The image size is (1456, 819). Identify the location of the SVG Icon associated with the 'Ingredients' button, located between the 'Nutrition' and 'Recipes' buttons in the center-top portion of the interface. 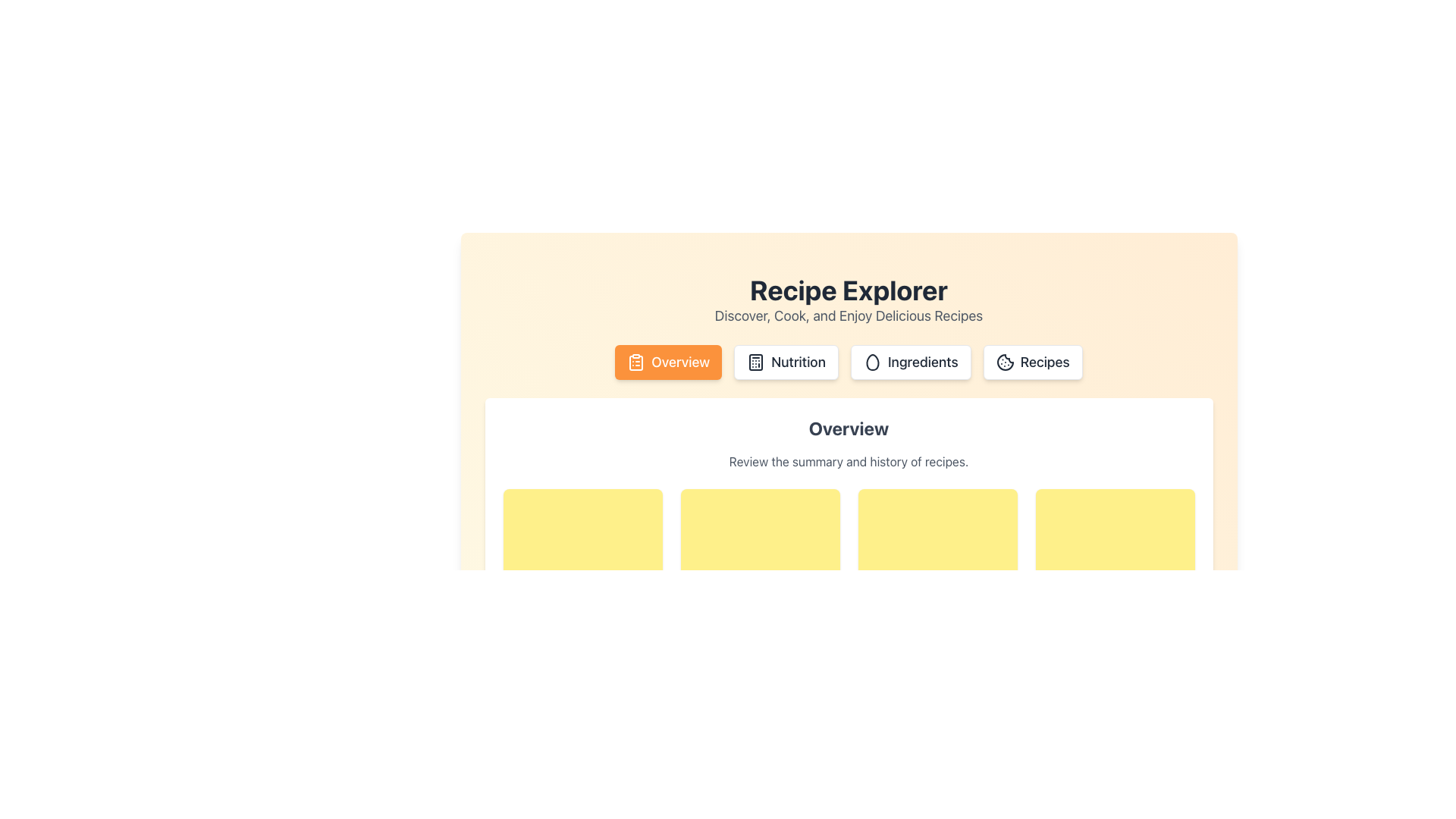
(873, 362).